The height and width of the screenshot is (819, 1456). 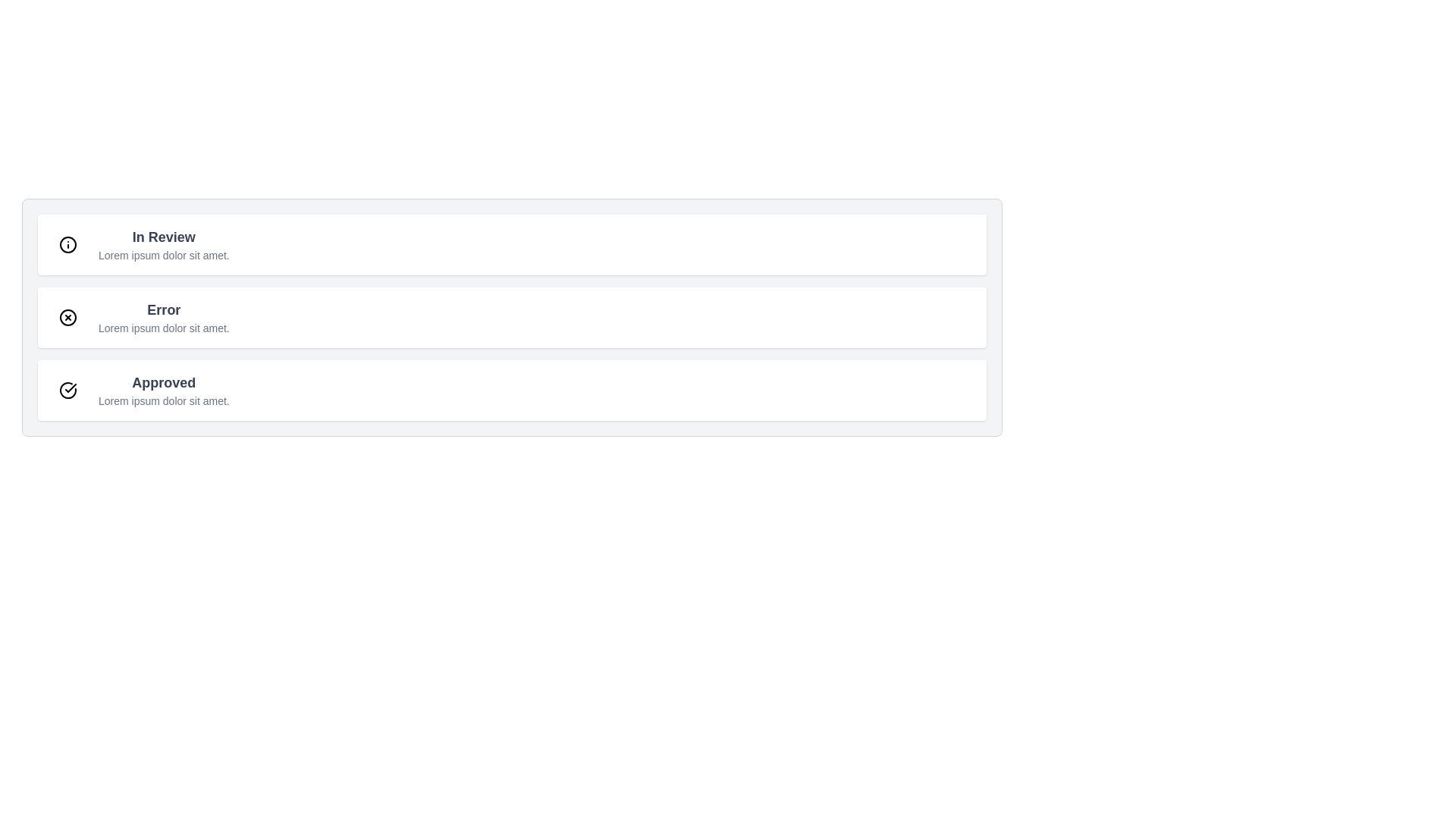 What do you see at coordinates (67, 390) in the screenshot?
I see `the circular green icon with a checkmark that indicates an approval state, located to the left of the text 'Approved' in the third line of status indicators` at bounding box center [67, 390].